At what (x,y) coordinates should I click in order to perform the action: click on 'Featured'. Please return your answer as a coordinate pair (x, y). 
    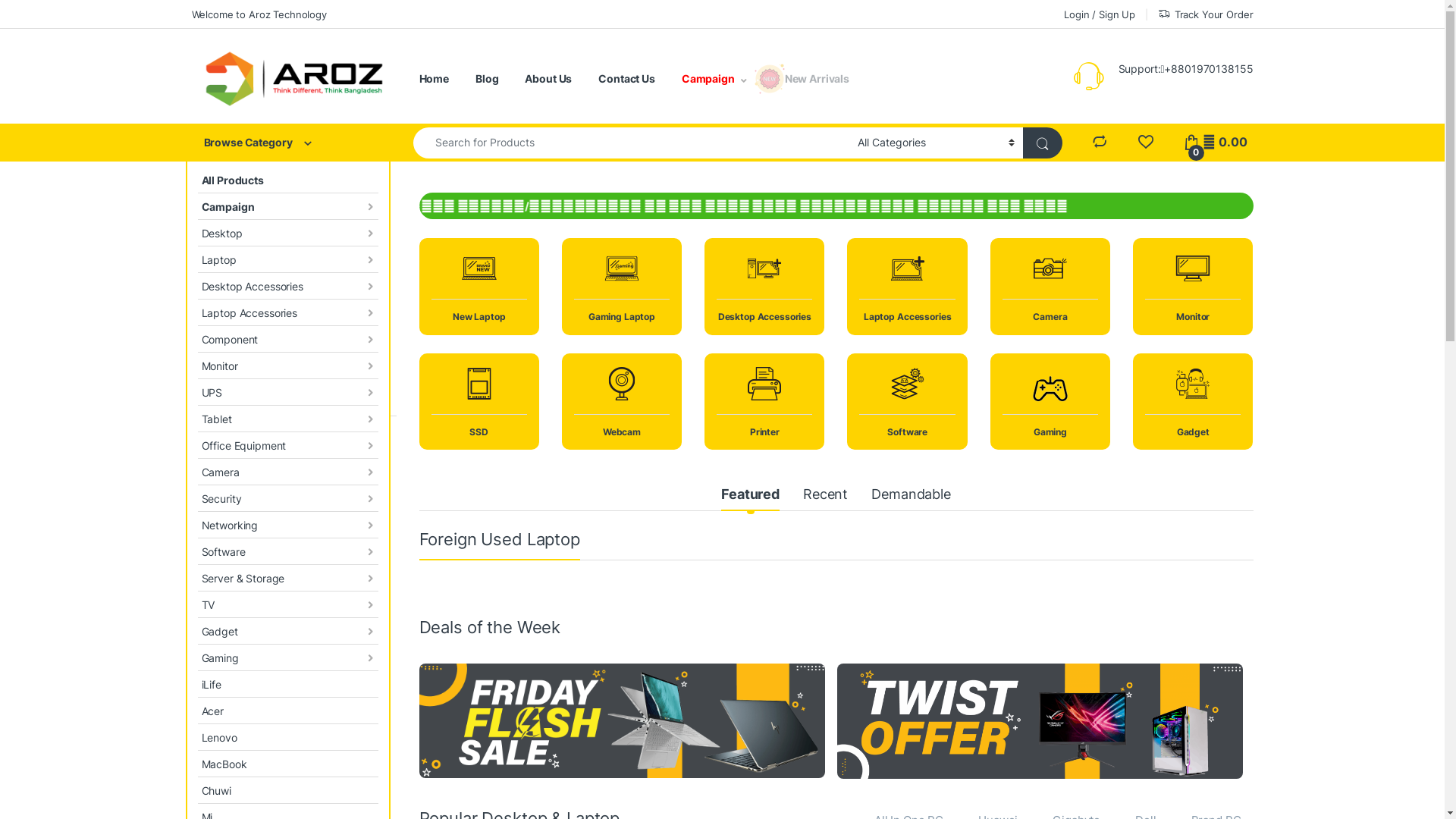
    Looking at the image, I should click on (750, 496).